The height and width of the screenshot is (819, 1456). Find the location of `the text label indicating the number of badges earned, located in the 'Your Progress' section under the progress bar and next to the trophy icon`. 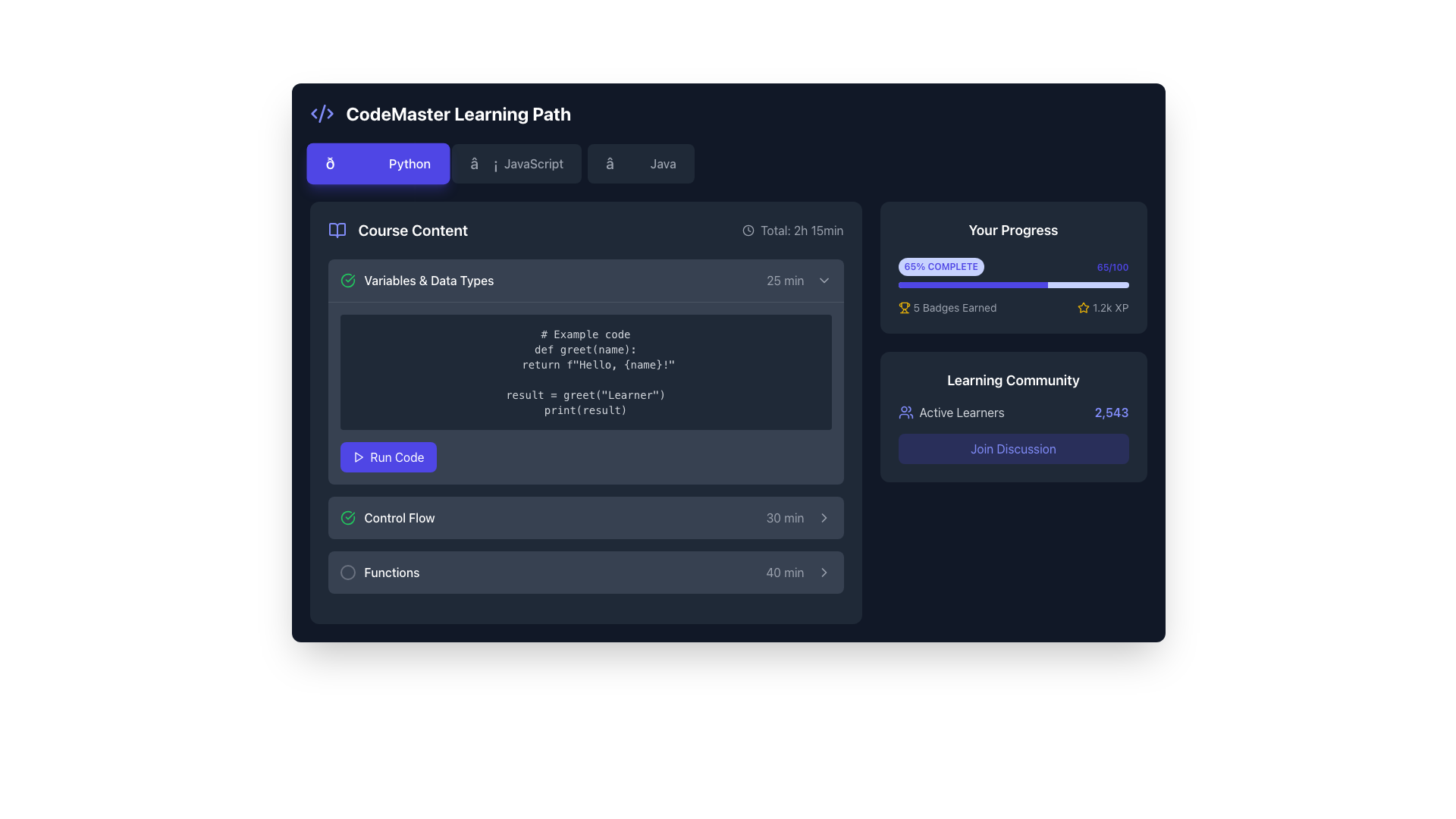

the text label indicating the number of badges earned, located in the 'Your Progress' section under the progress bar and next to the trophy icon is located at coordinates (954, 307).